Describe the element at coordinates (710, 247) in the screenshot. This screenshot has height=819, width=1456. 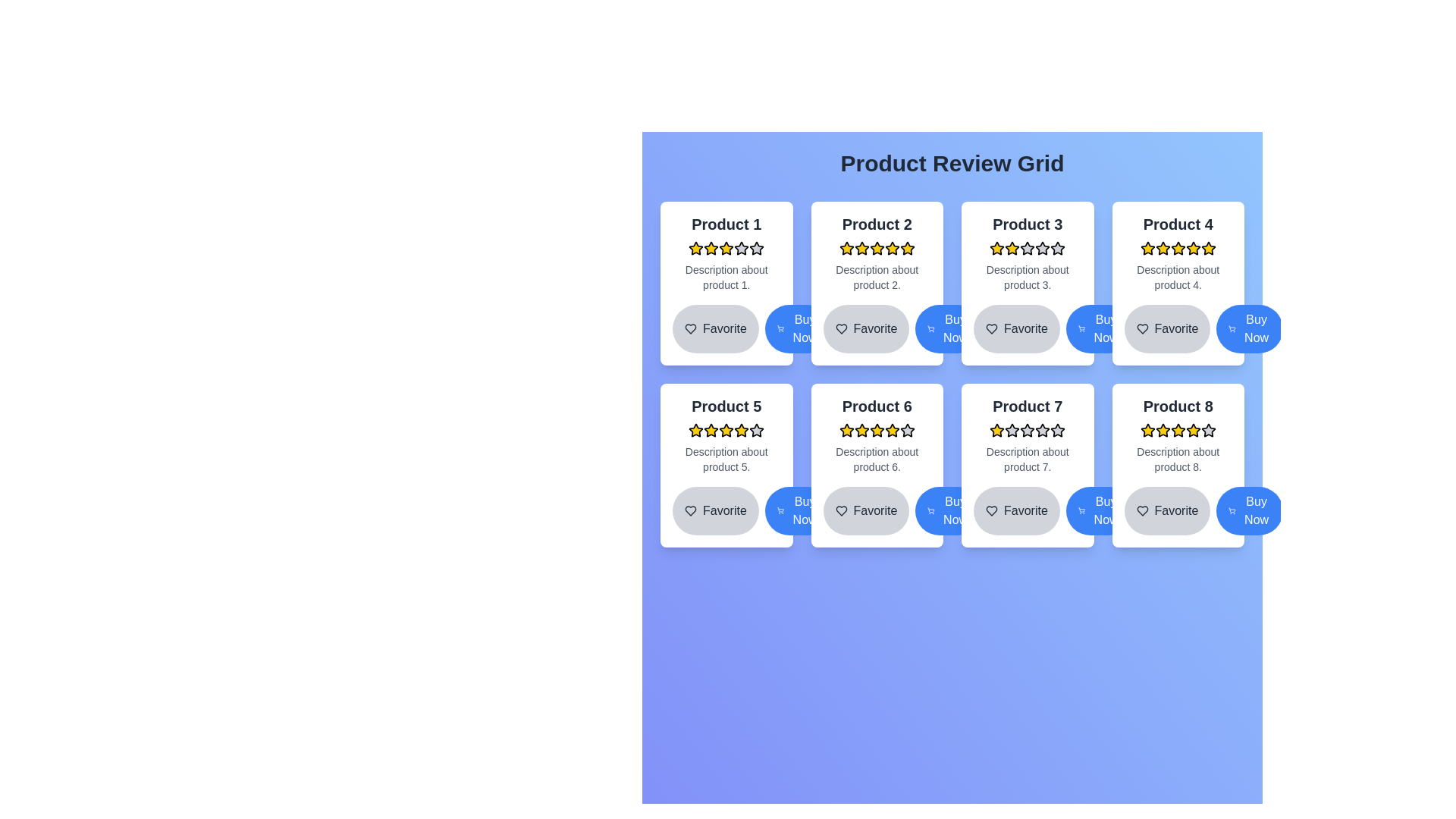
I see `the second star icon` at that location.